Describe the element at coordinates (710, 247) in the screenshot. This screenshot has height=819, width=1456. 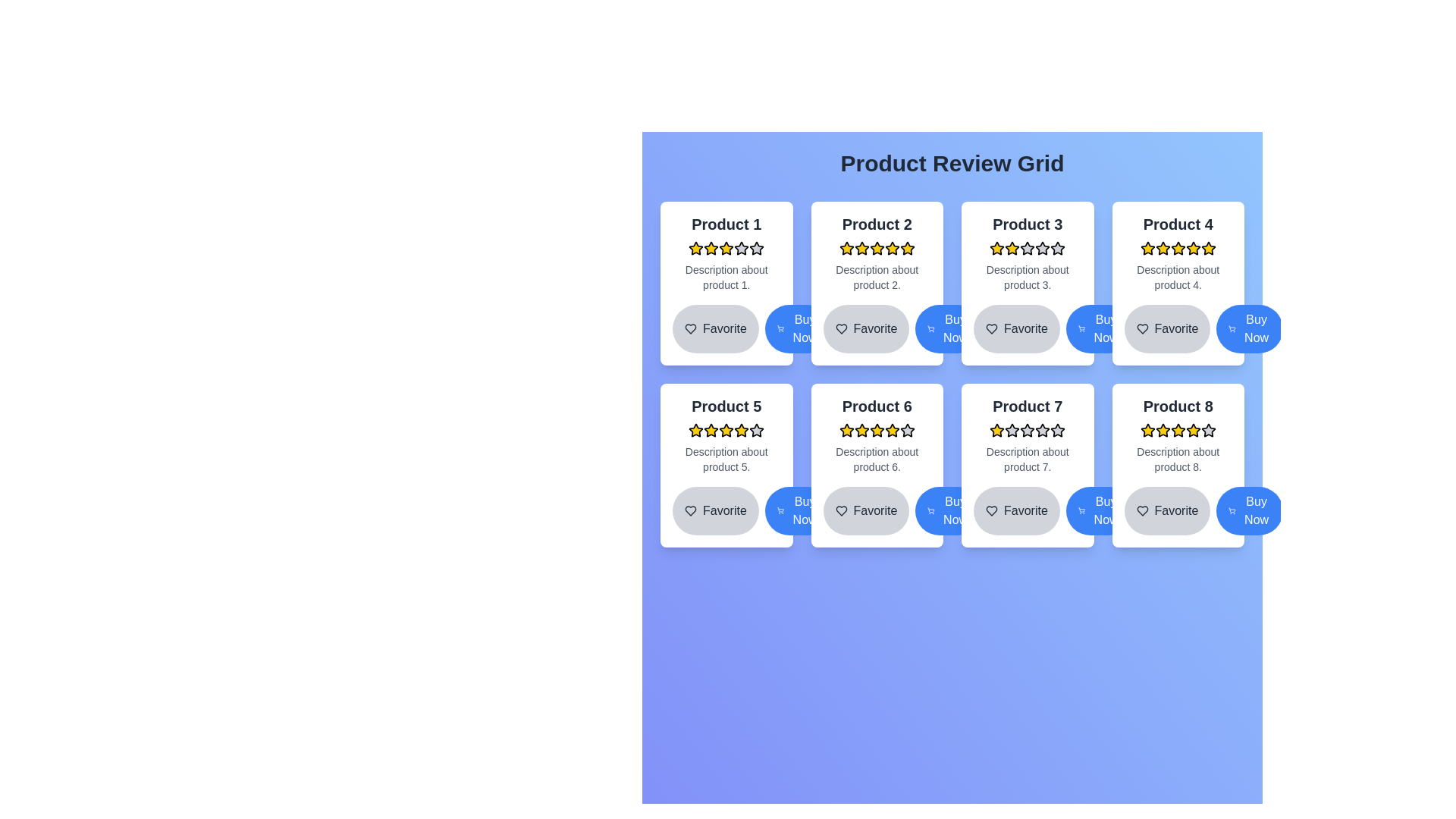
I see `the second star icon` at that location.